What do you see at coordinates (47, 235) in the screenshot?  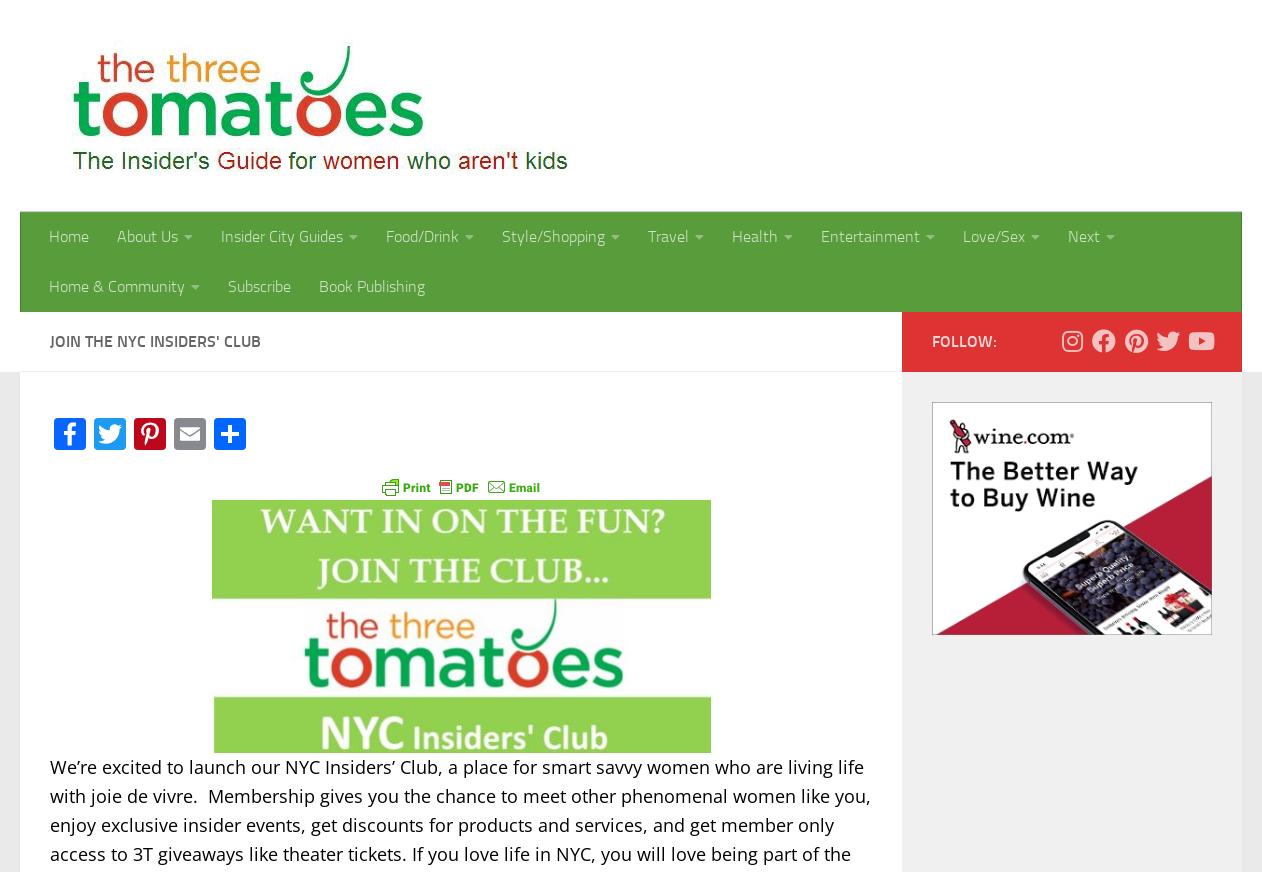 I see `'Home'` at bounding box center [47, 235].